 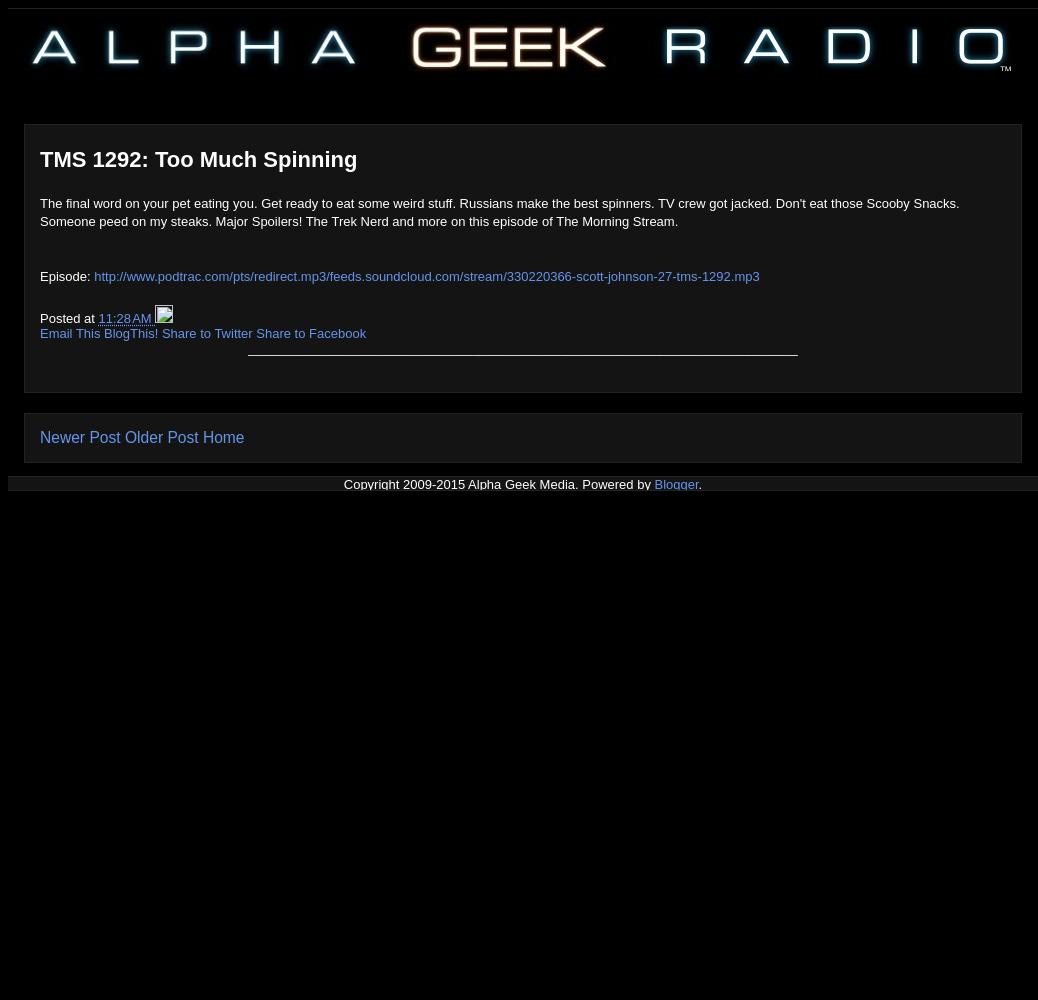 What do you see at coordinates (426, 275) in the screenshot?
I see `'http://www.podtrac.com/pts/redirect.mp3/feeds.soundcloud.com/stream/330220366-scott-johnson-27-tms-1292.mp3'` at bounding box center [426, 275].